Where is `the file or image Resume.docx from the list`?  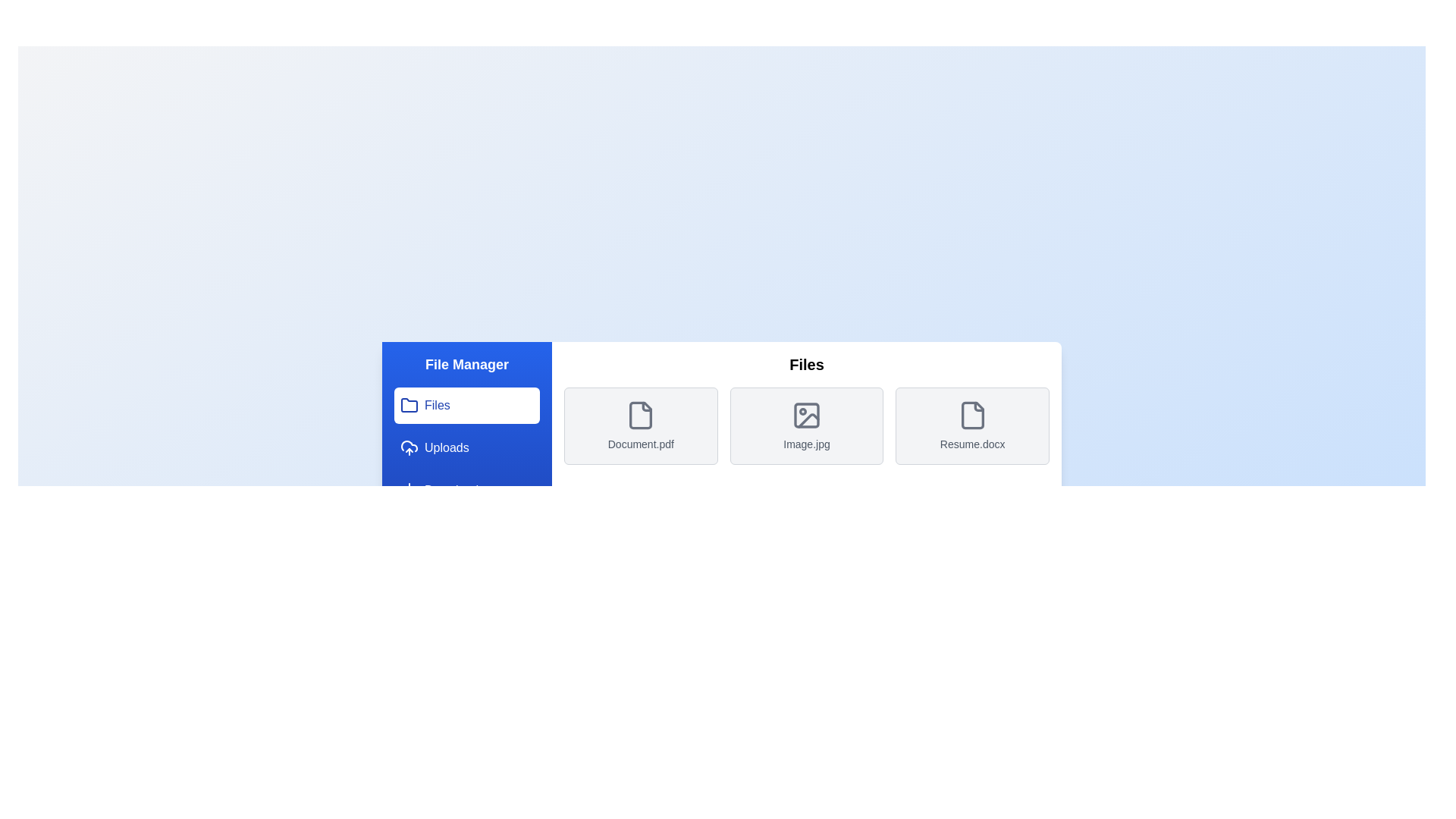
the file or image Resume.docx from the list is located at coordinates (972, 426).